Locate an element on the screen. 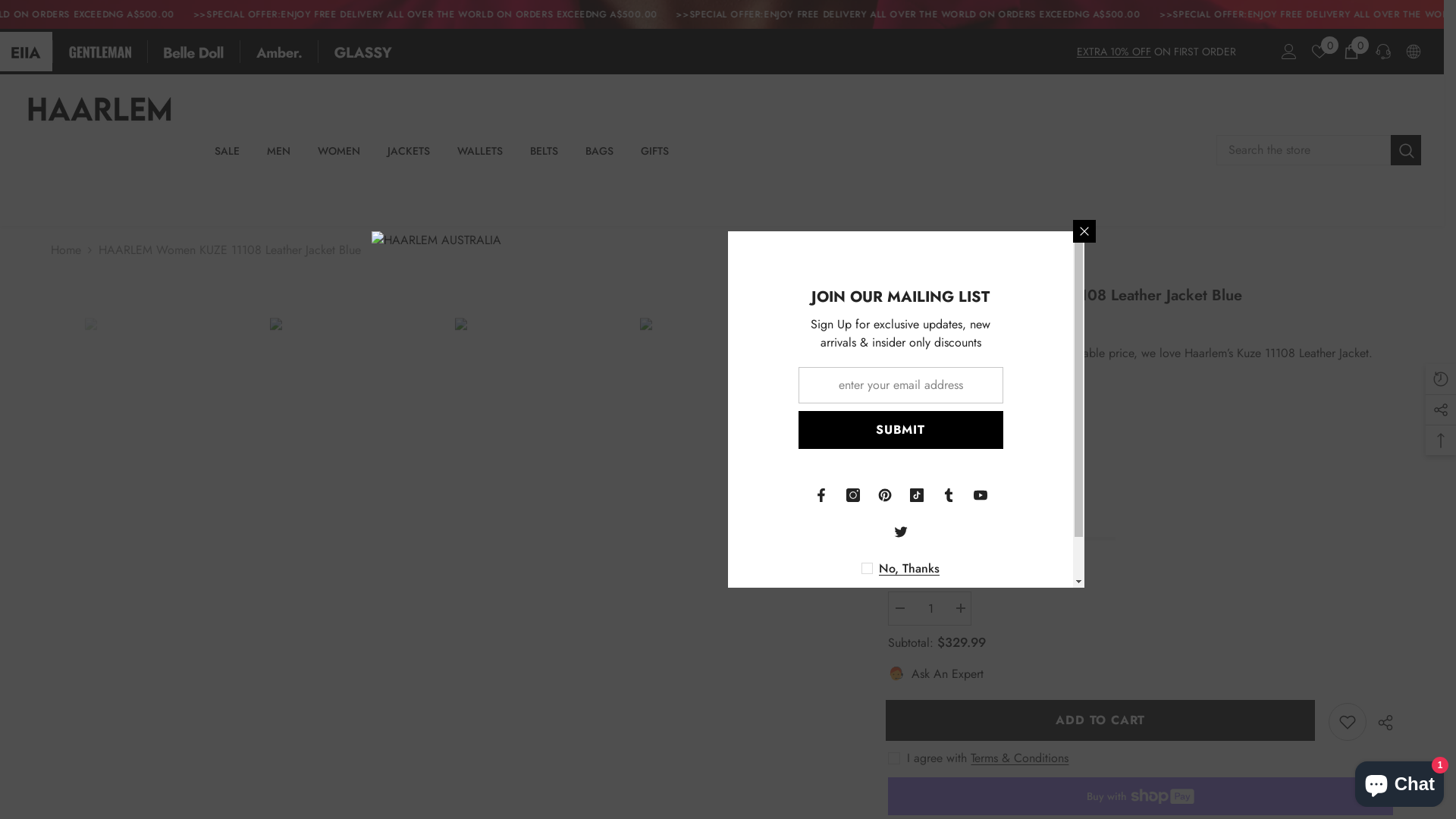 The height and width of the screenshot is (819, 1456). 'GIFTS' is located at coordinates (654, 157).